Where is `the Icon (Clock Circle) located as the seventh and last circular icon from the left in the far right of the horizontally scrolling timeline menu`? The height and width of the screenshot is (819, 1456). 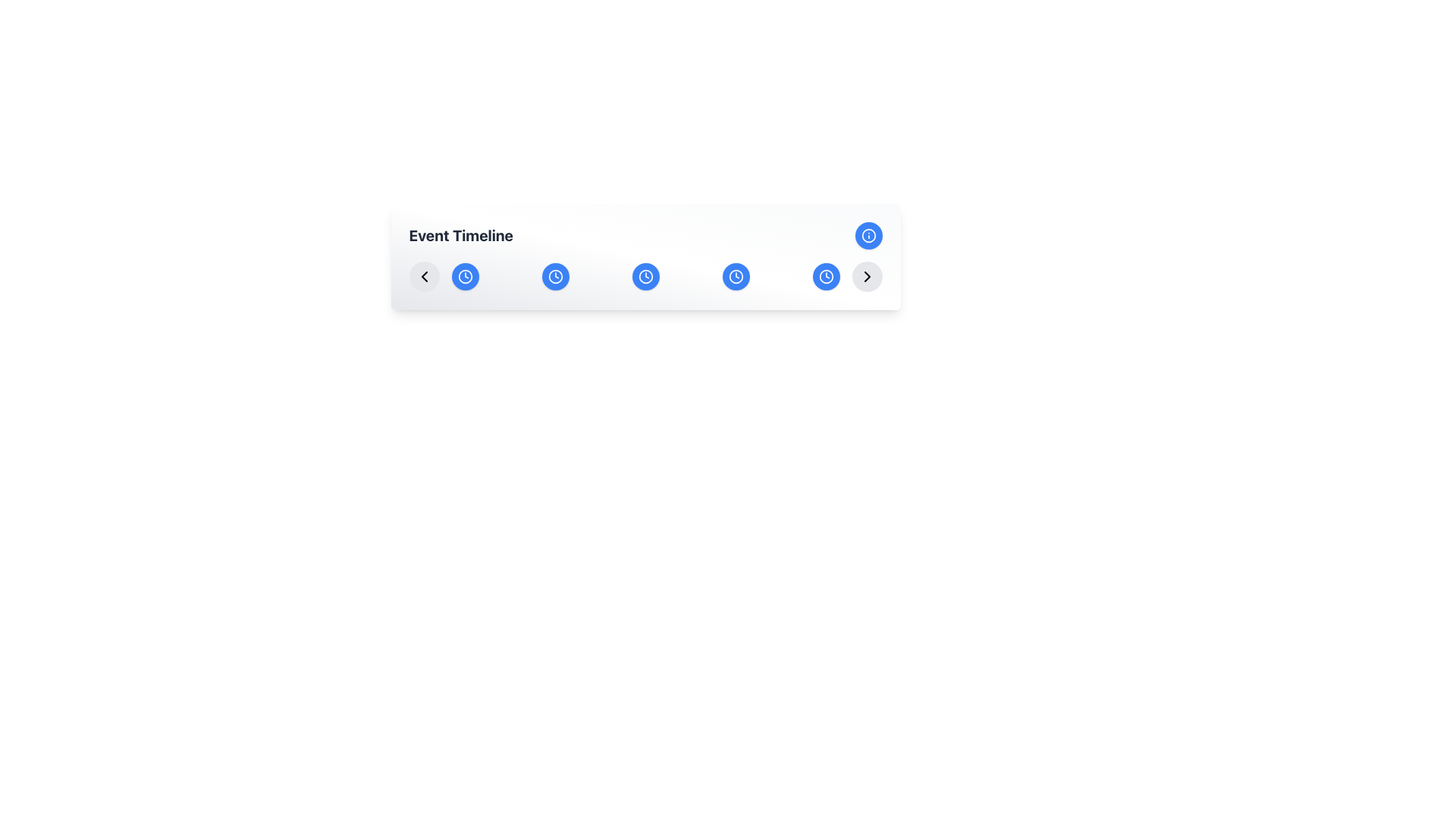
the Icon (Clock Circle) located as the seventh and last circular icon from the left in the far right of the horizontally scrolling timeline menu is located at coordinates (825, 277).